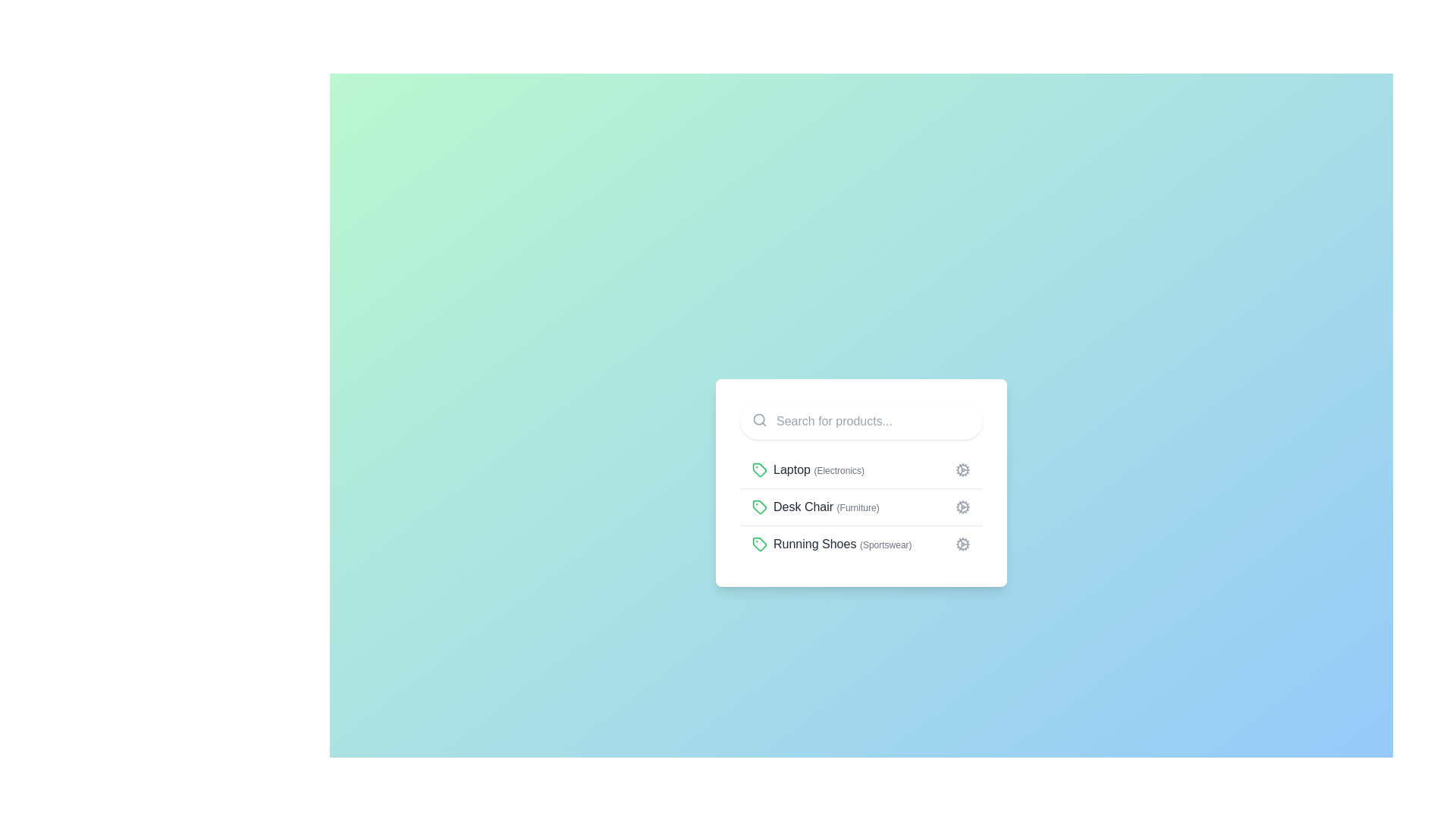 The width and height of the screenshot is (1456, 819). I want to click on the first item, so click(807, 469).